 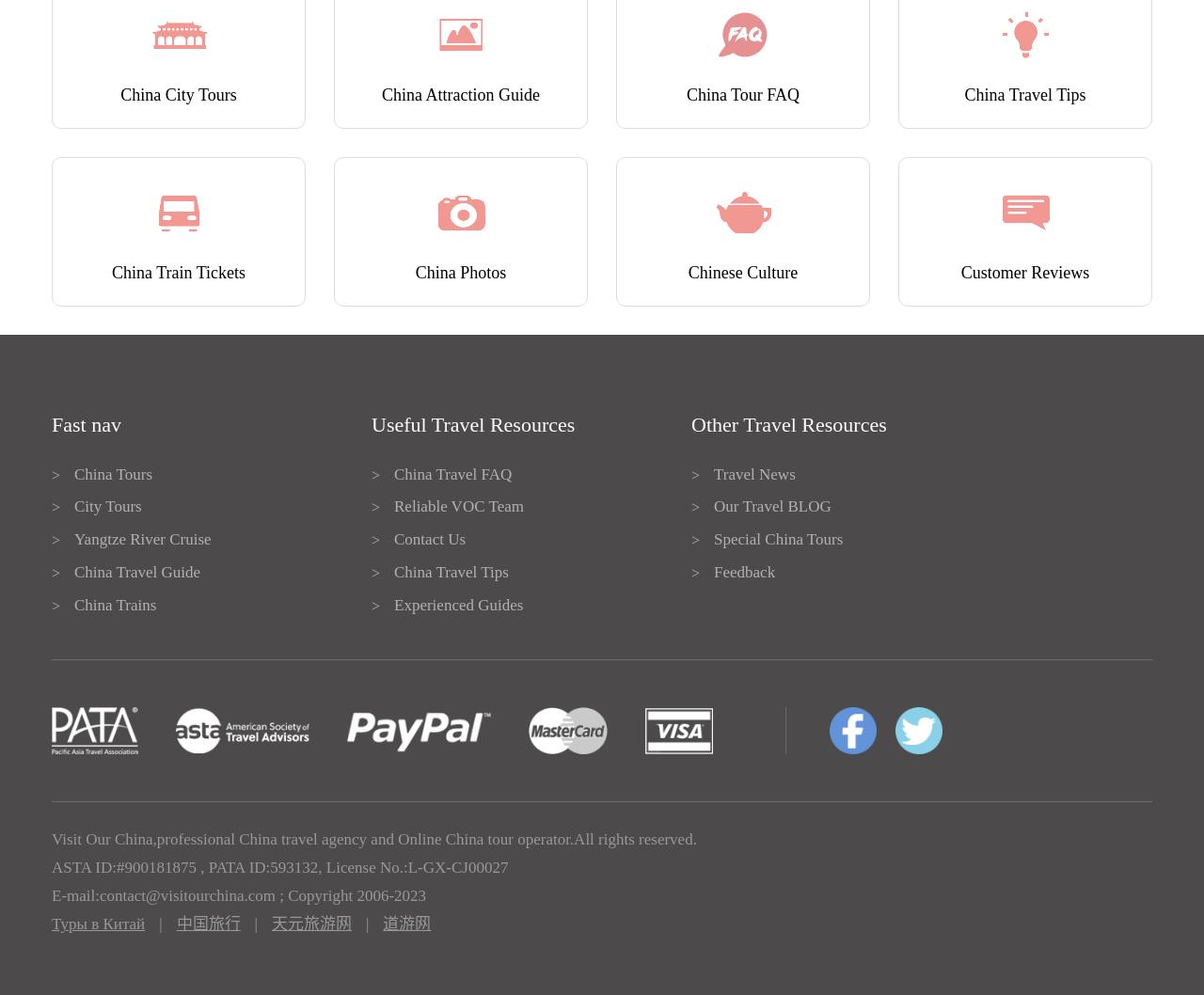 I want to click on 'Travel News', so click(x=754, y=472).